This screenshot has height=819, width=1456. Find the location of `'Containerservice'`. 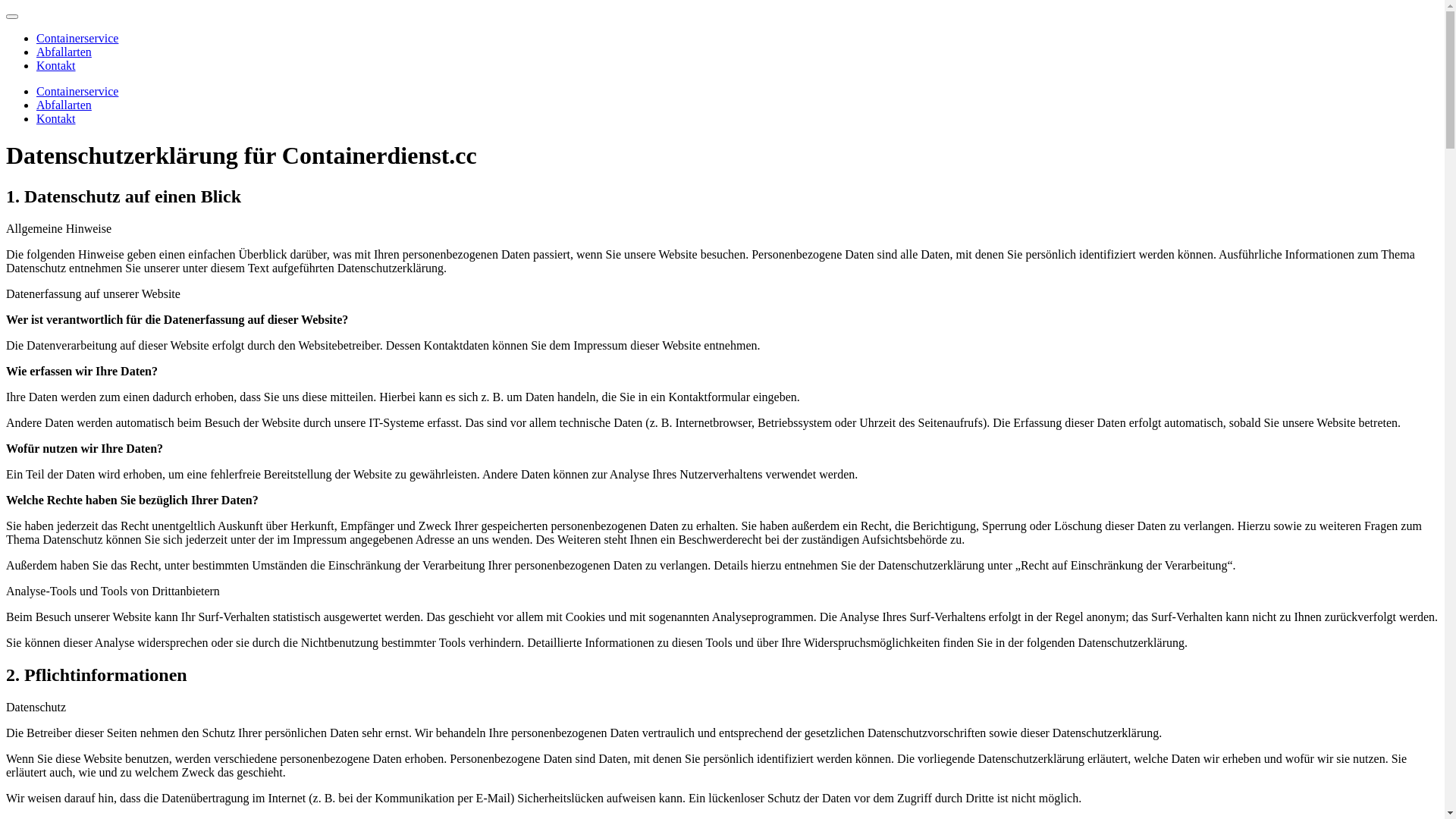

'Containerservice' is located at coordinates (76, 37).